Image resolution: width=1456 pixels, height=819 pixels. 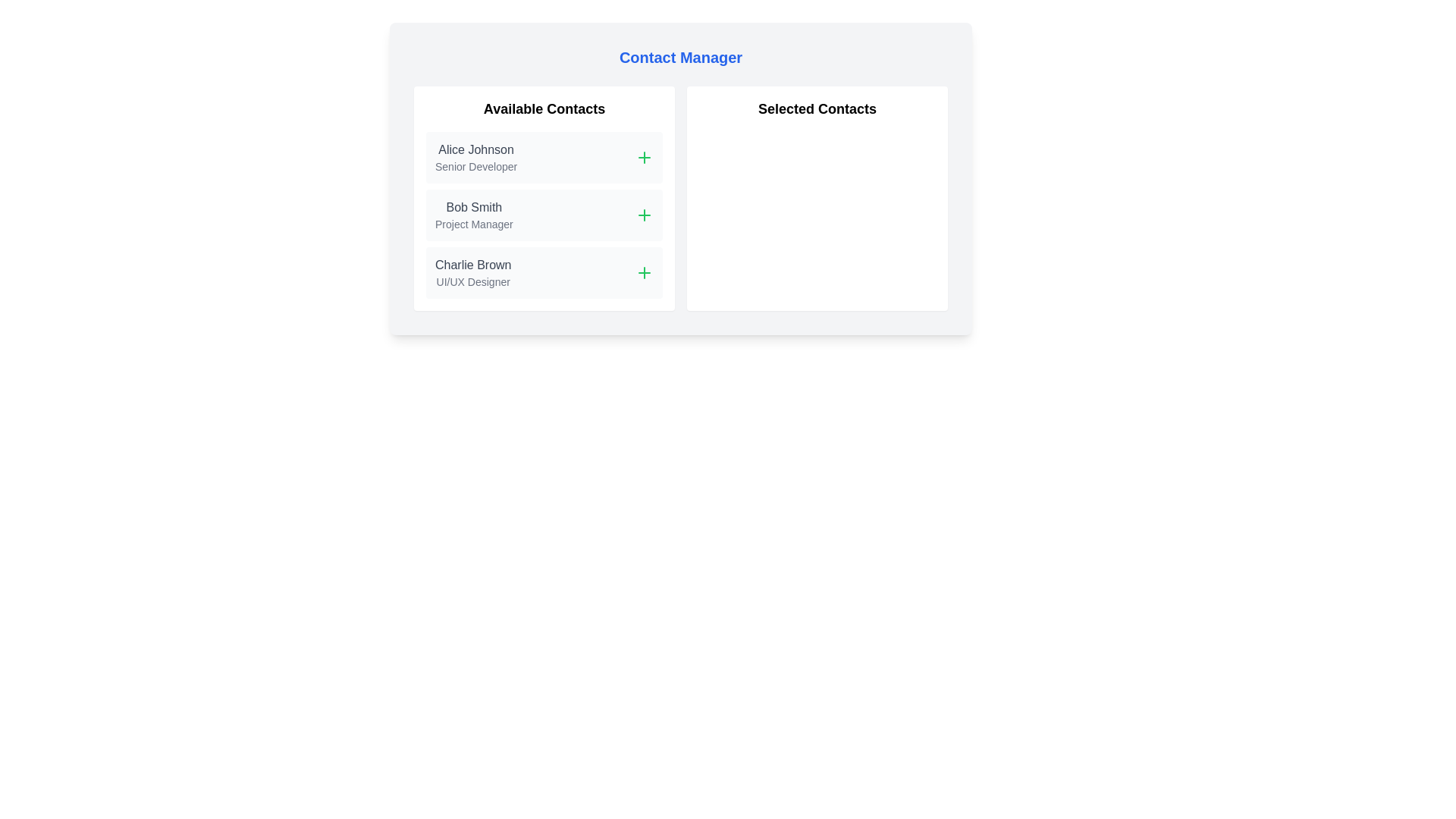 I want to click on text label 'UI/UX Designer' located below 'Charlie Brown' in the left column of the 'Available Contacts' section, so click(x=472, y=281).